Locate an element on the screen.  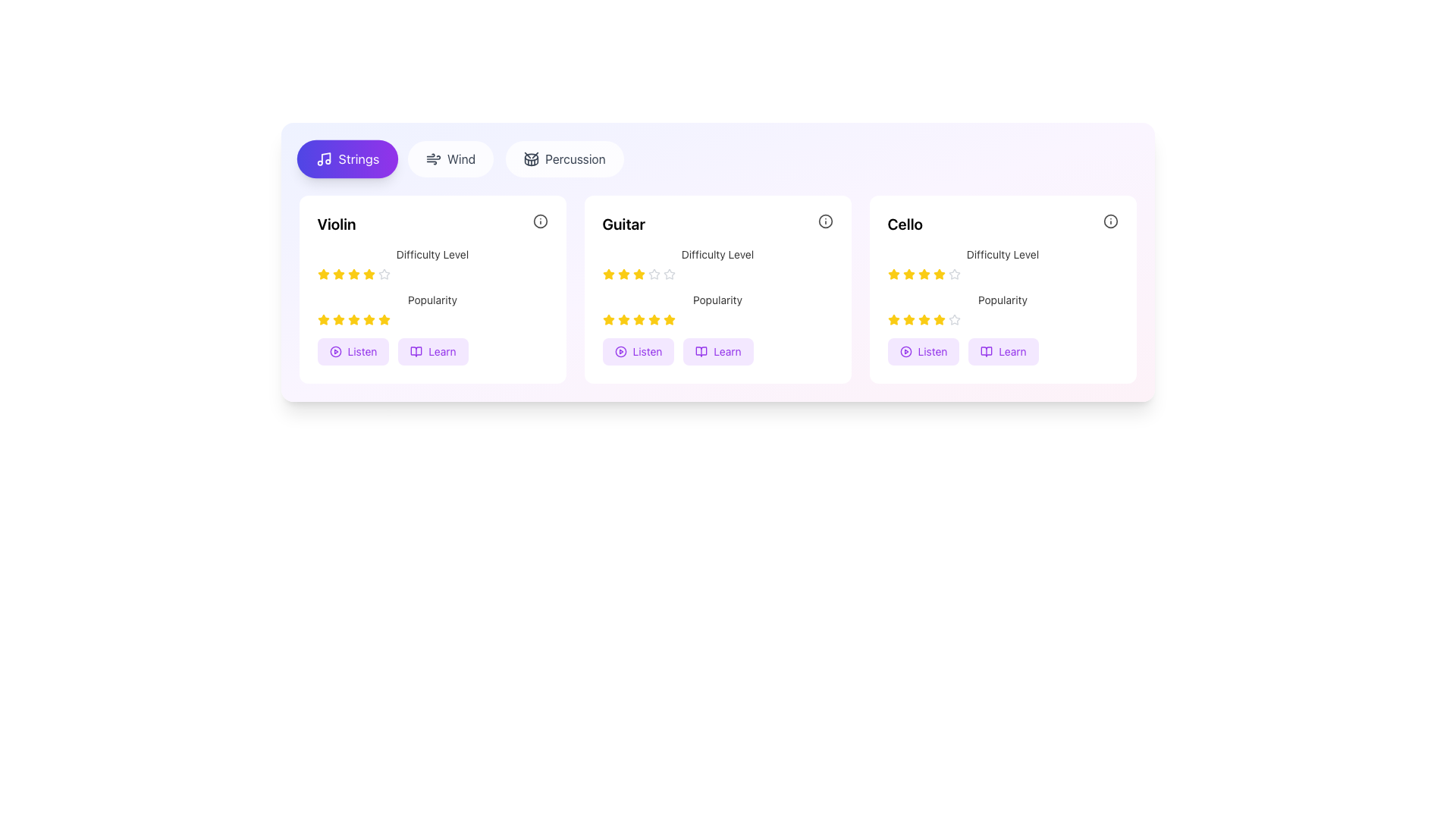
the 'Listen' button for the 'Violin' content is located at coordinates (352, 351).